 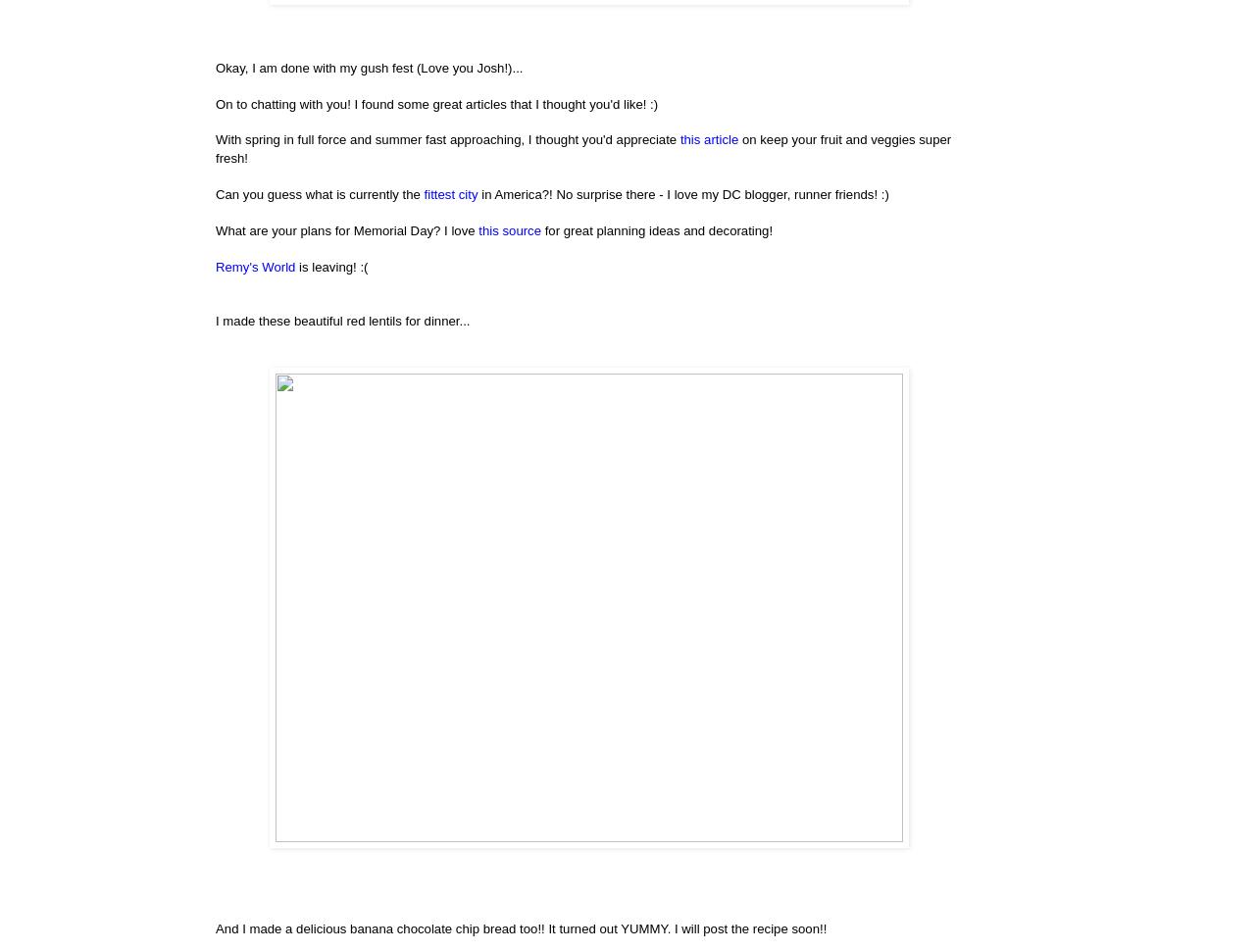 I want to click on 'Remy's World', so click(x=255, y=265).